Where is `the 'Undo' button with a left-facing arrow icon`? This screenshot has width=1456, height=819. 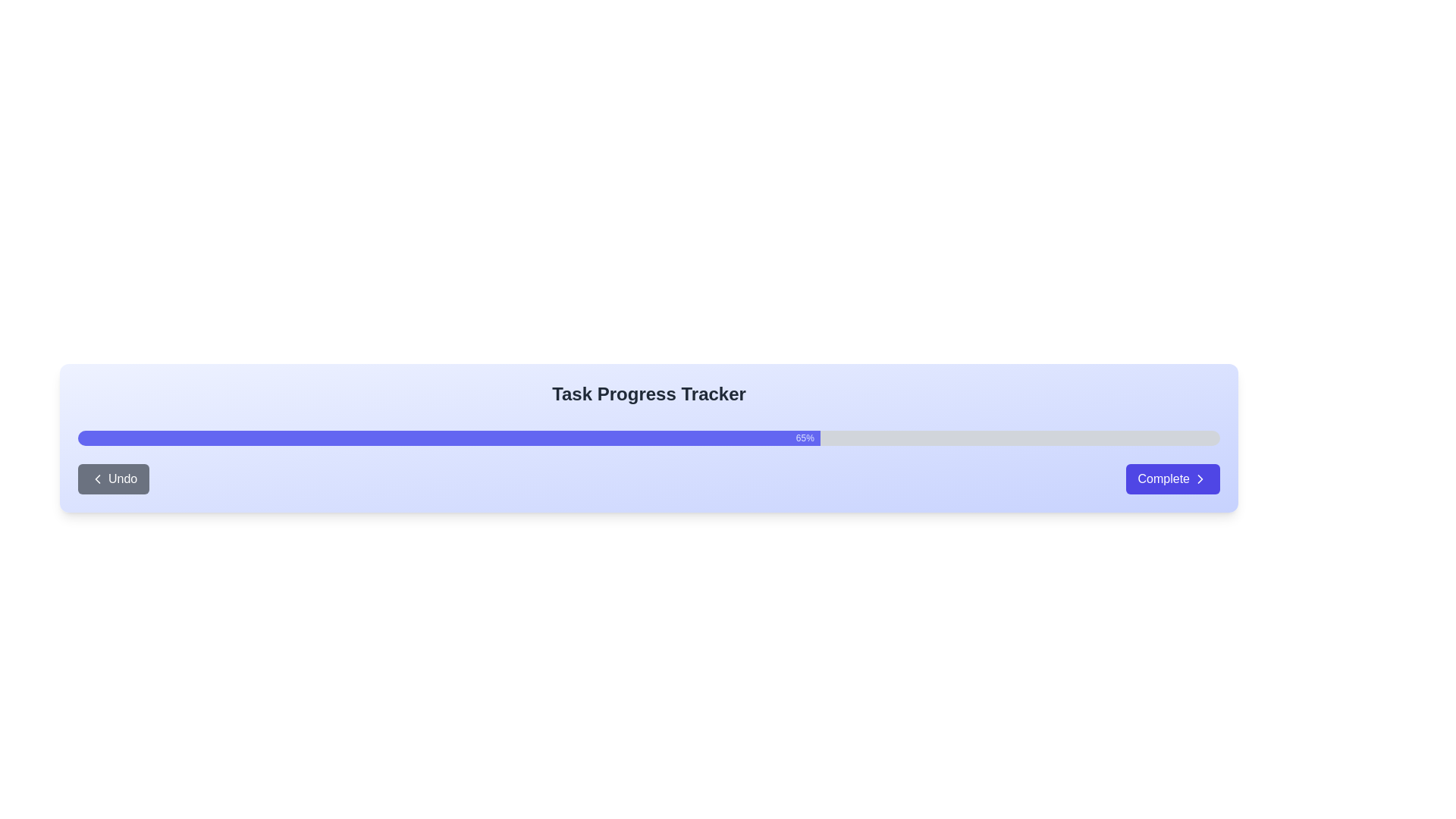 the 'Undo' button with a left-facing arrow icon is located at coordinates (113, 479).